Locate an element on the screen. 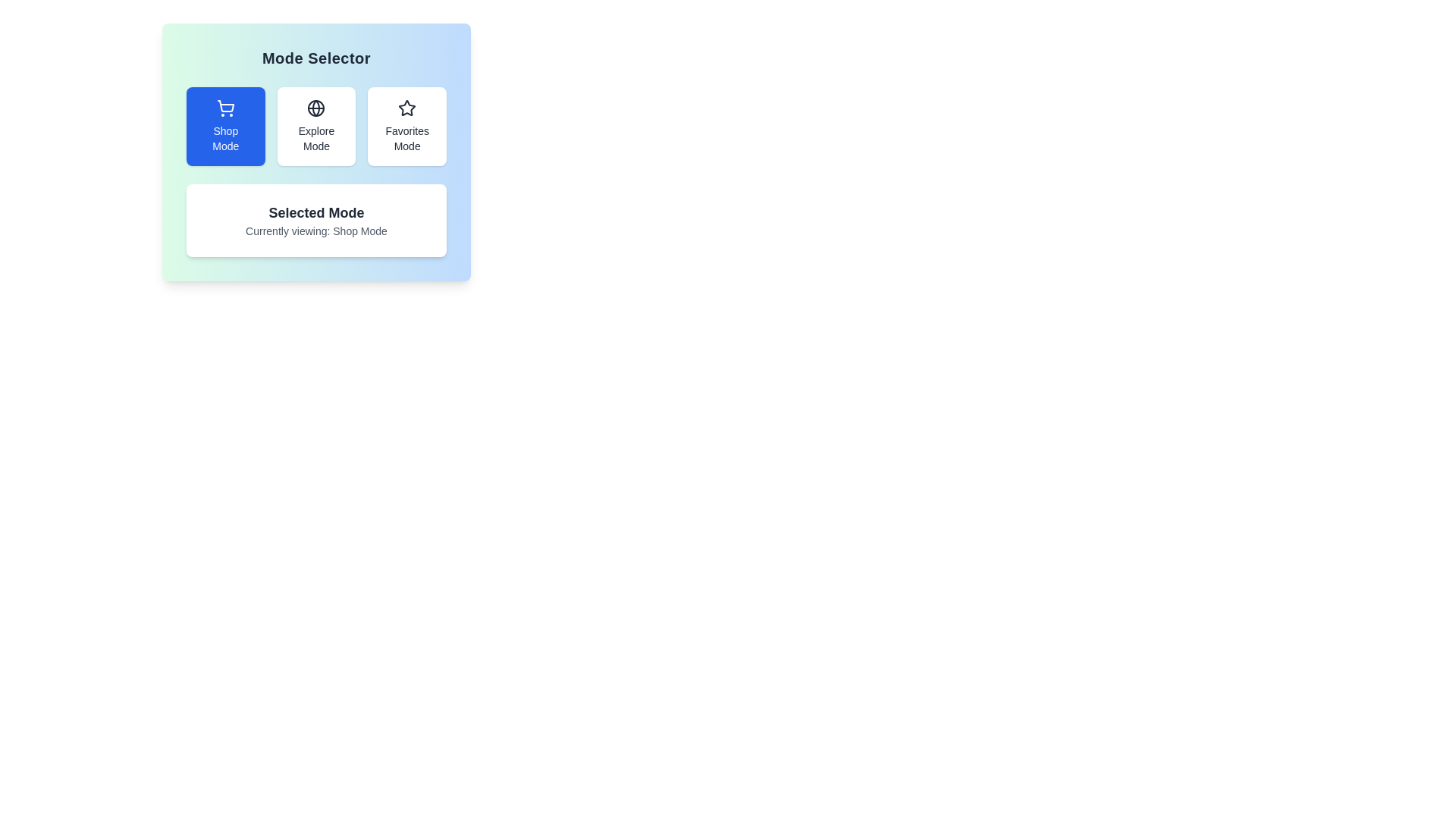 The height and width of the screenshot is (819, 1456). the text label displaying 'Favorites Mode' which is part of the 'Mode Selector' section is located at coordinates (407, 138).